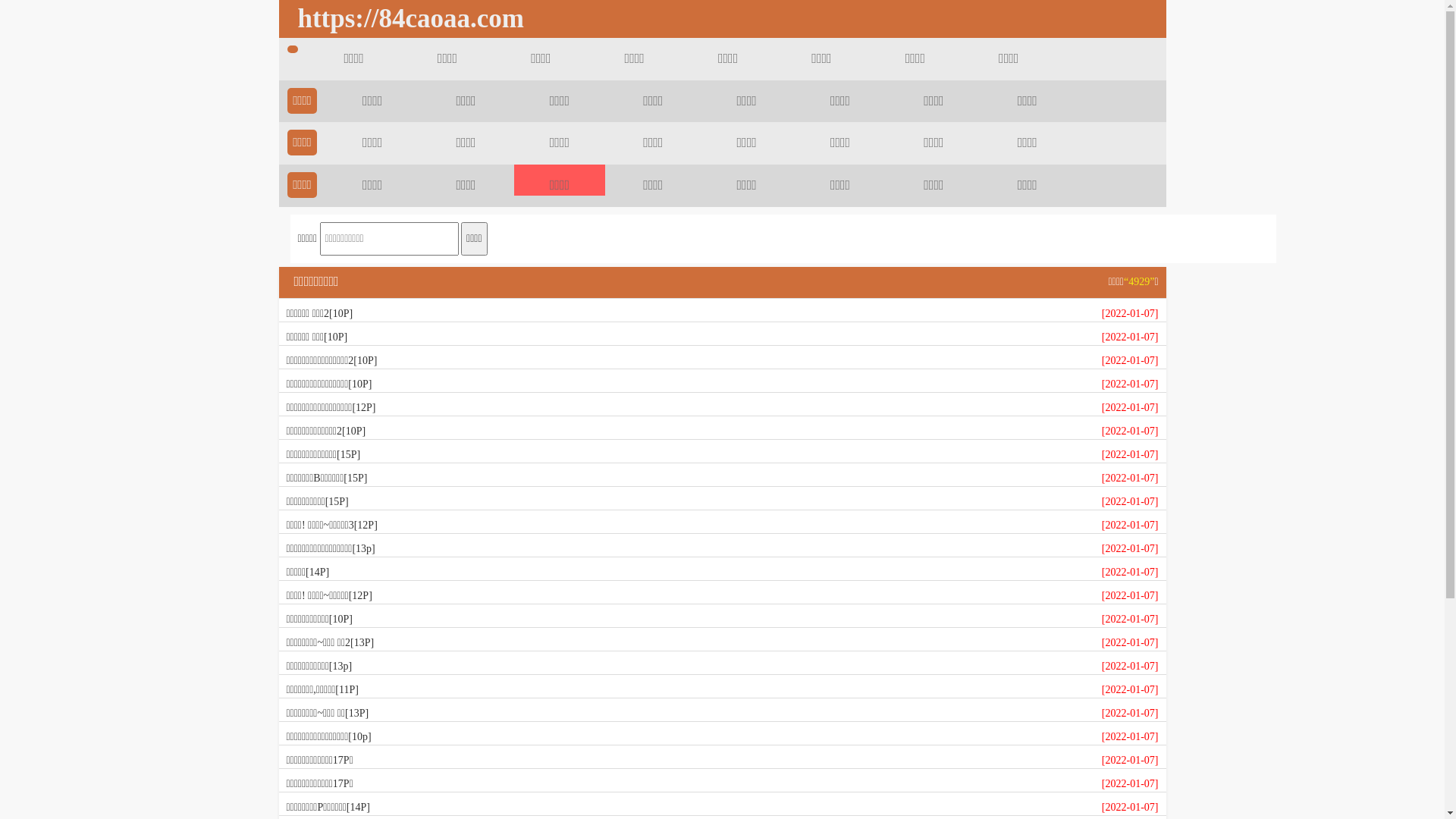 This screenshot has height=819, width=1456. Describe the element at coordinates (406, 18) in the screenshot. I see `'https://84caoaa.com'` at that location.